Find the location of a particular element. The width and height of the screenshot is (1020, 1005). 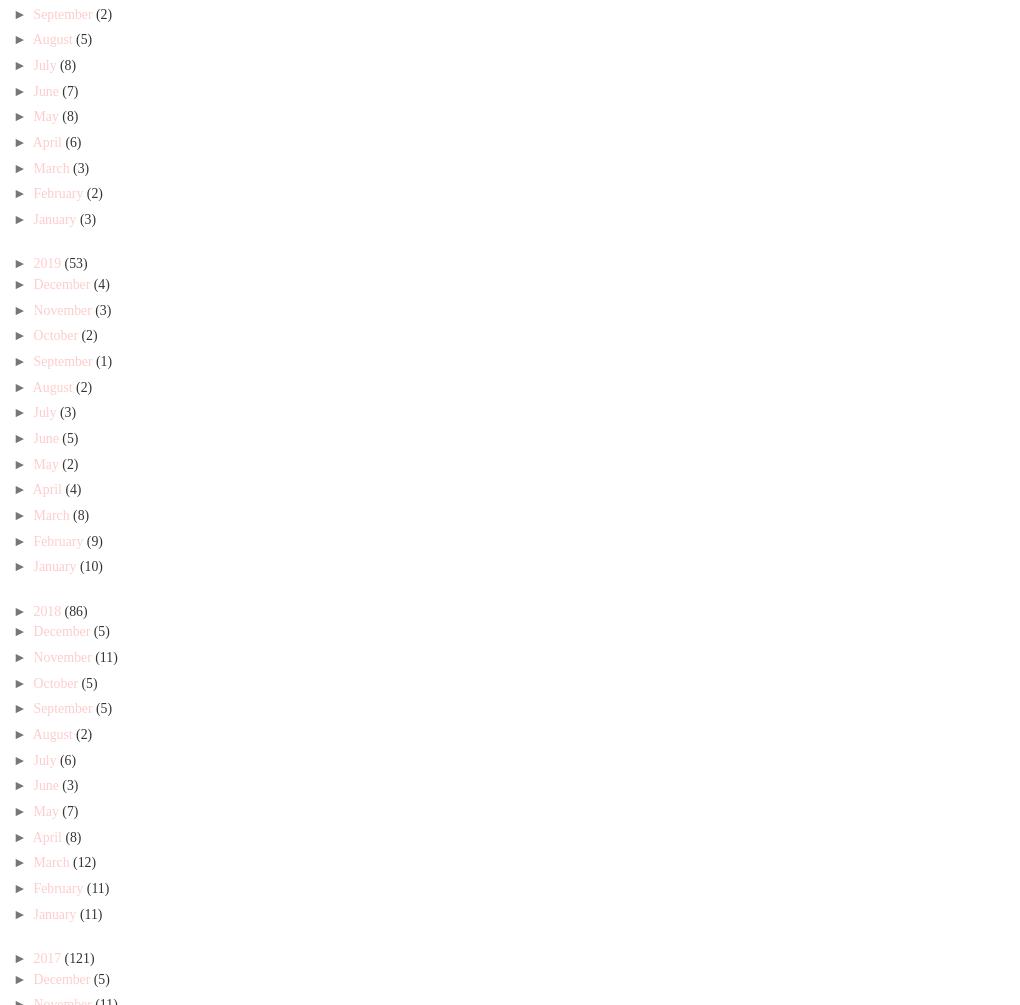

'(1)' is located at coordinates (103, 360).